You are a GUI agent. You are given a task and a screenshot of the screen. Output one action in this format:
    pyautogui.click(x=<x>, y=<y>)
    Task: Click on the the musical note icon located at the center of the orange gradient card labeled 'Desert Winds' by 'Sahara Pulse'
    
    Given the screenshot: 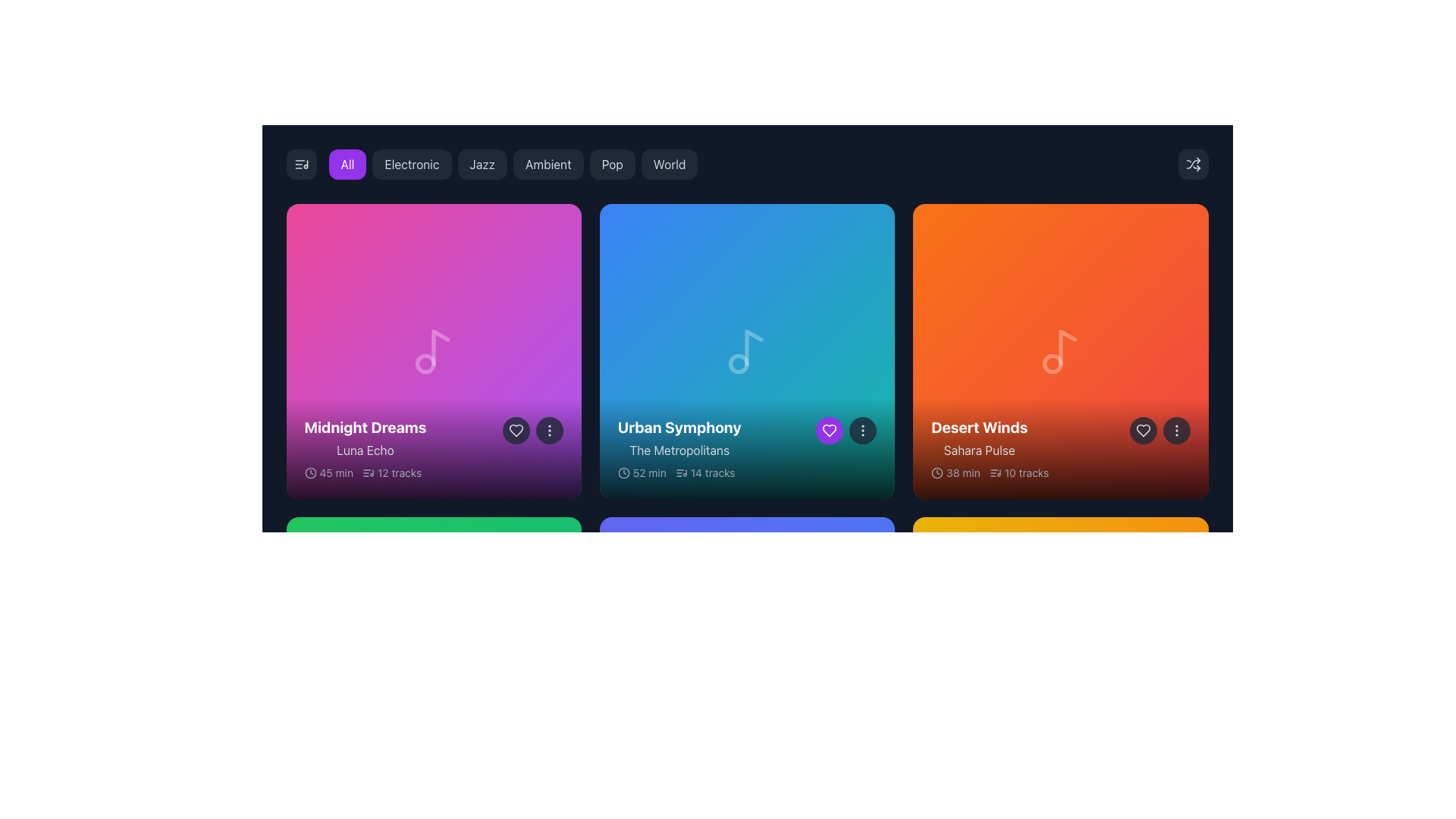 What is the action you would take?
    pyautogui.click(x=1059, y=351)
    